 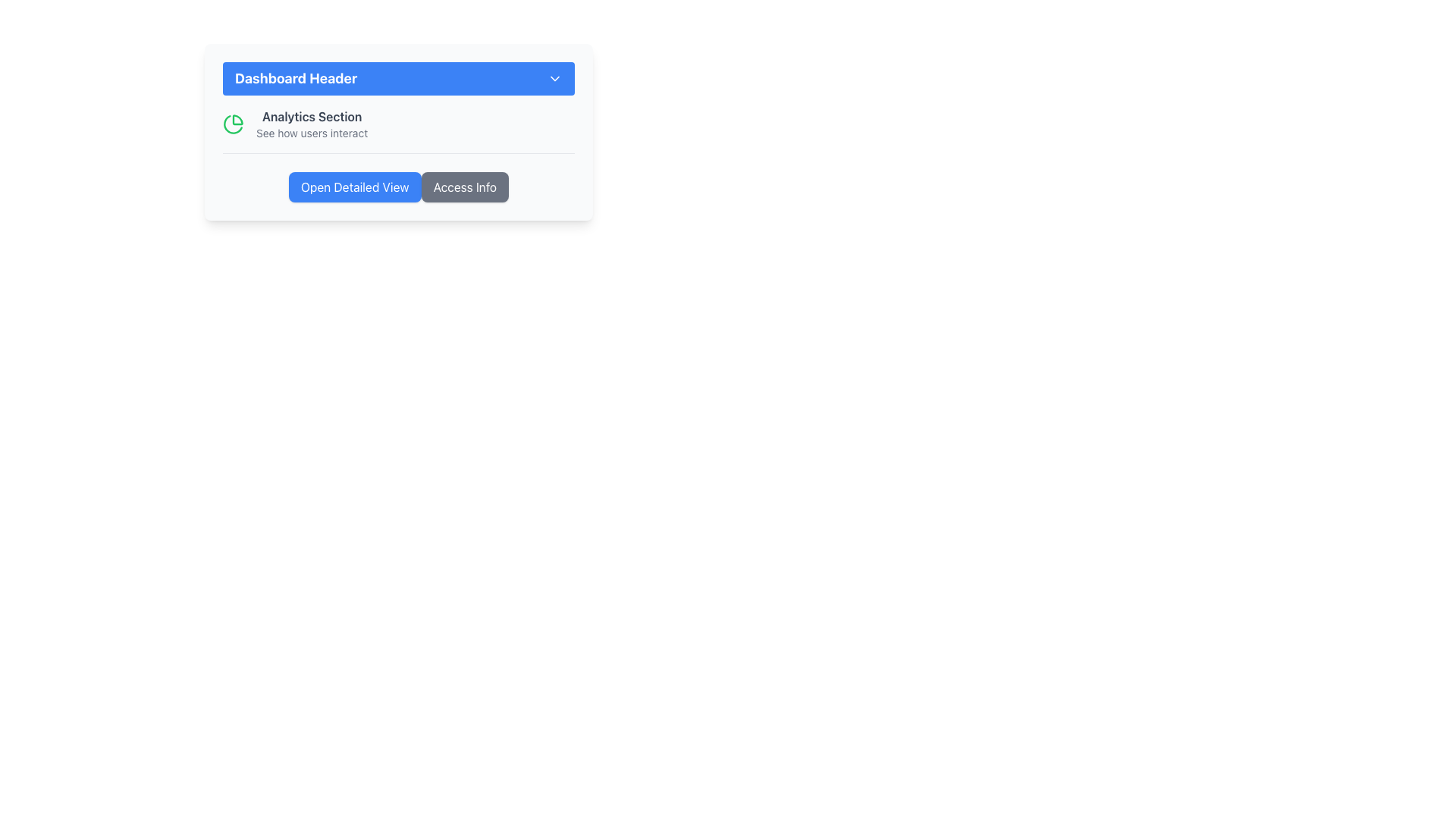 I want to click on the first button in the 'Analytics Section' to make it active, so click(x=354, y=186).